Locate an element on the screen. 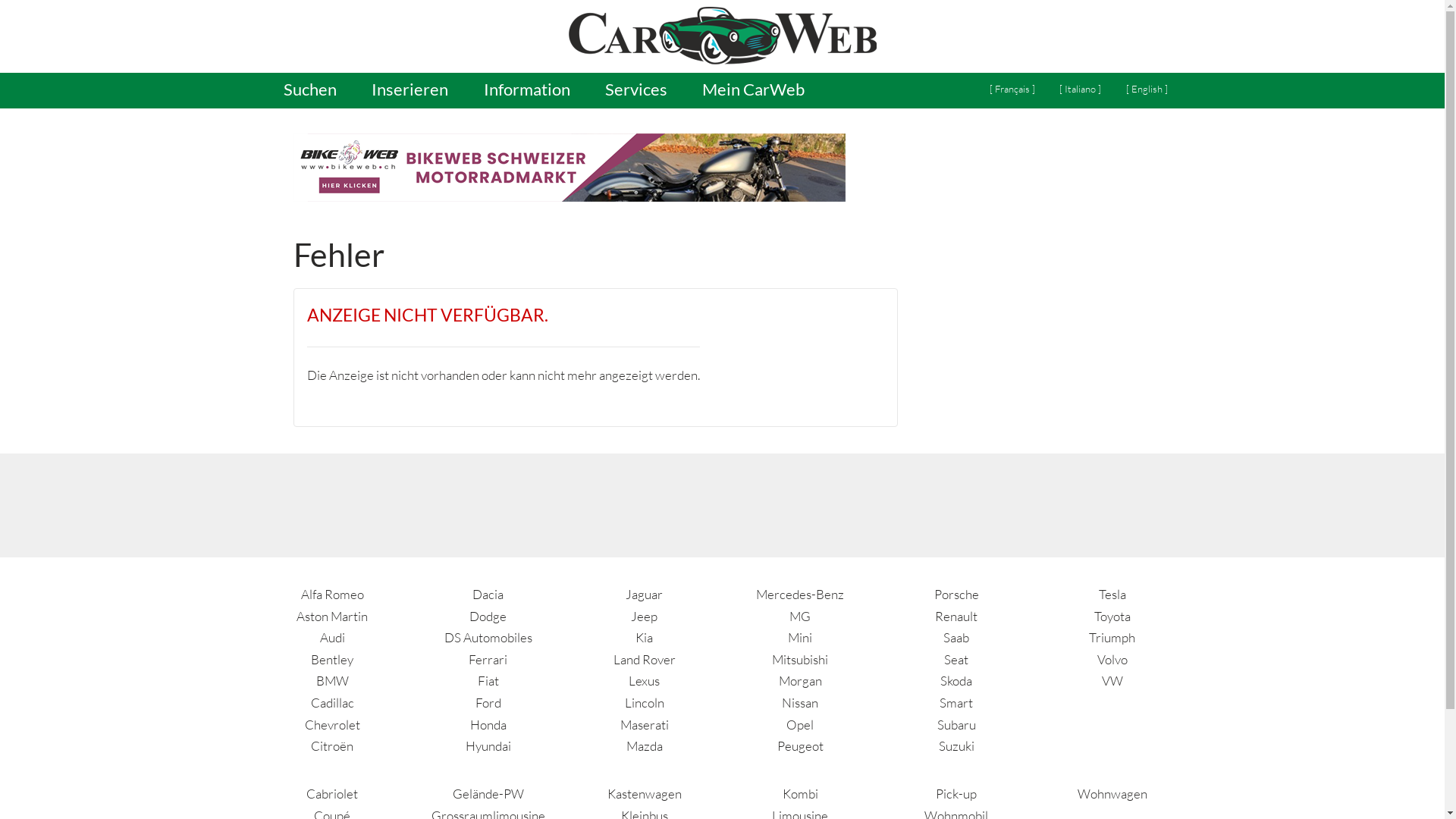 The image size is (1456, 819). 'Peugeot' is located at coordinates (799, 745).